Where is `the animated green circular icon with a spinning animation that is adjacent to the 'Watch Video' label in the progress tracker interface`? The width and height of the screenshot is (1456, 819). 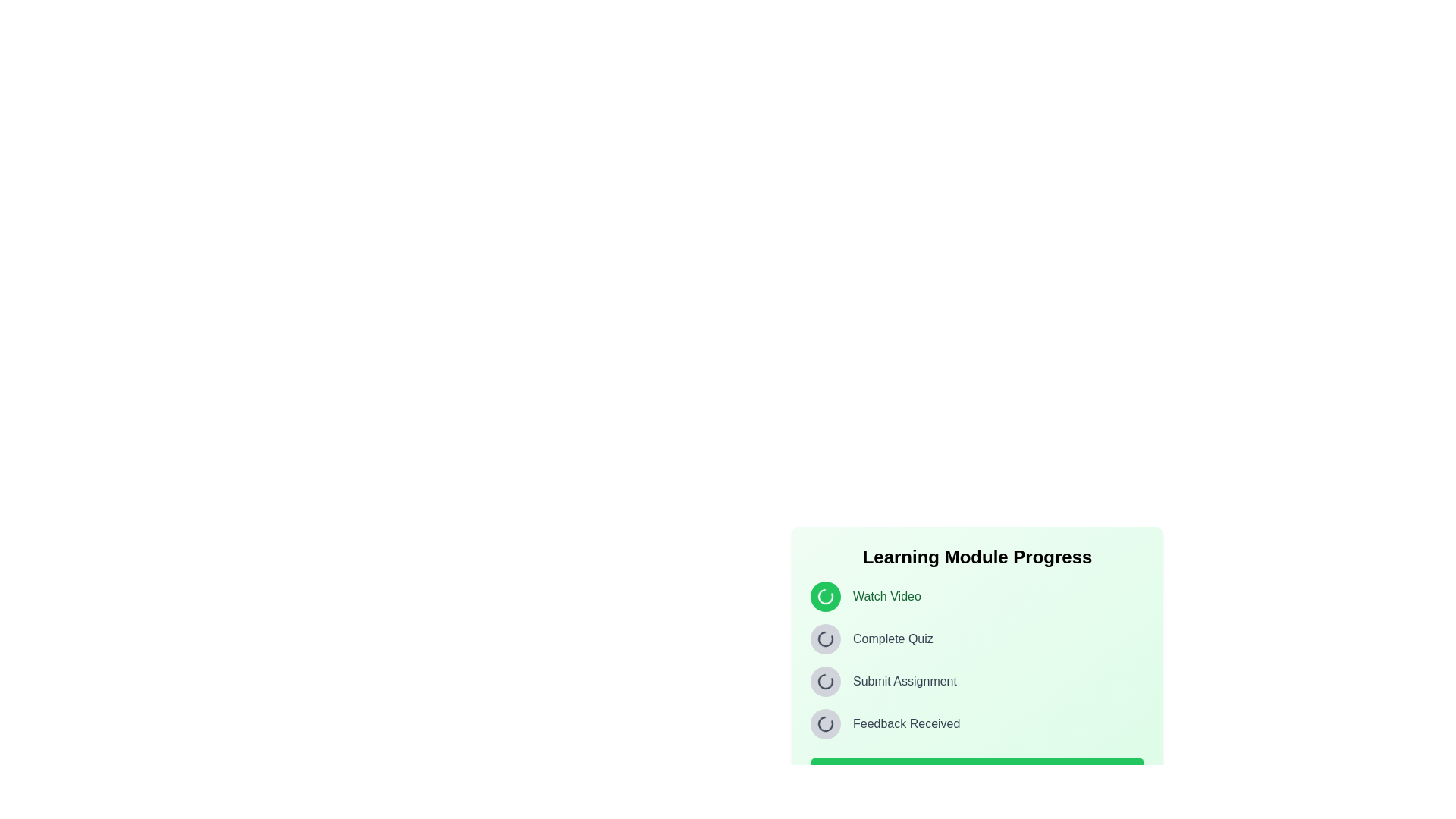
the animated green circular icon with a spinning animation that is adjacent to the 'Watch Video' label in the progress tracker interface is located at coordinates (825, 595).